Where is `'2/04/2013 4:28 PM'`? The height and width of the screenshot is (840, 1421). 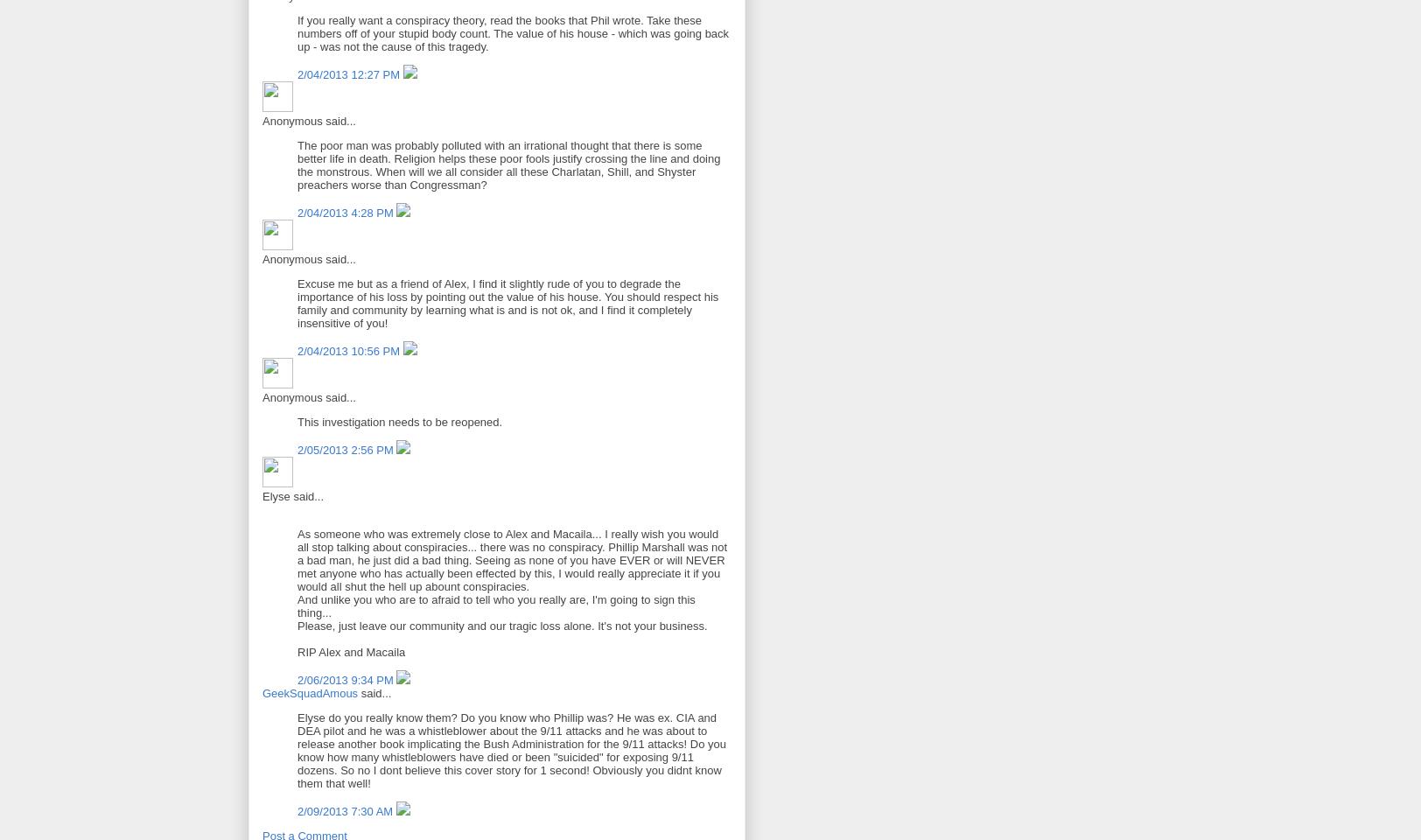
'2/04/2013 4:28 PM' is located at coordinates (346, 211).